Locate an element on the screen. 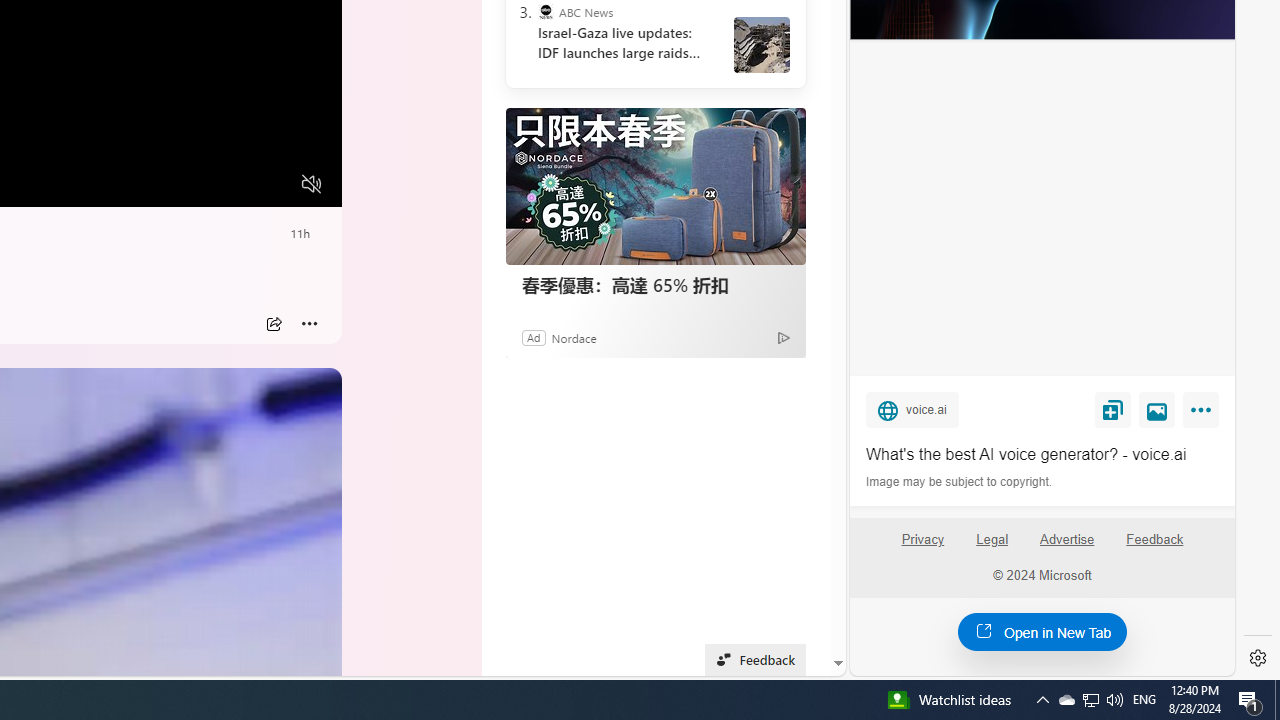 The height and width of the screenshot is (720, 1280). 'Privacy' is located at coordinates (921, 547).